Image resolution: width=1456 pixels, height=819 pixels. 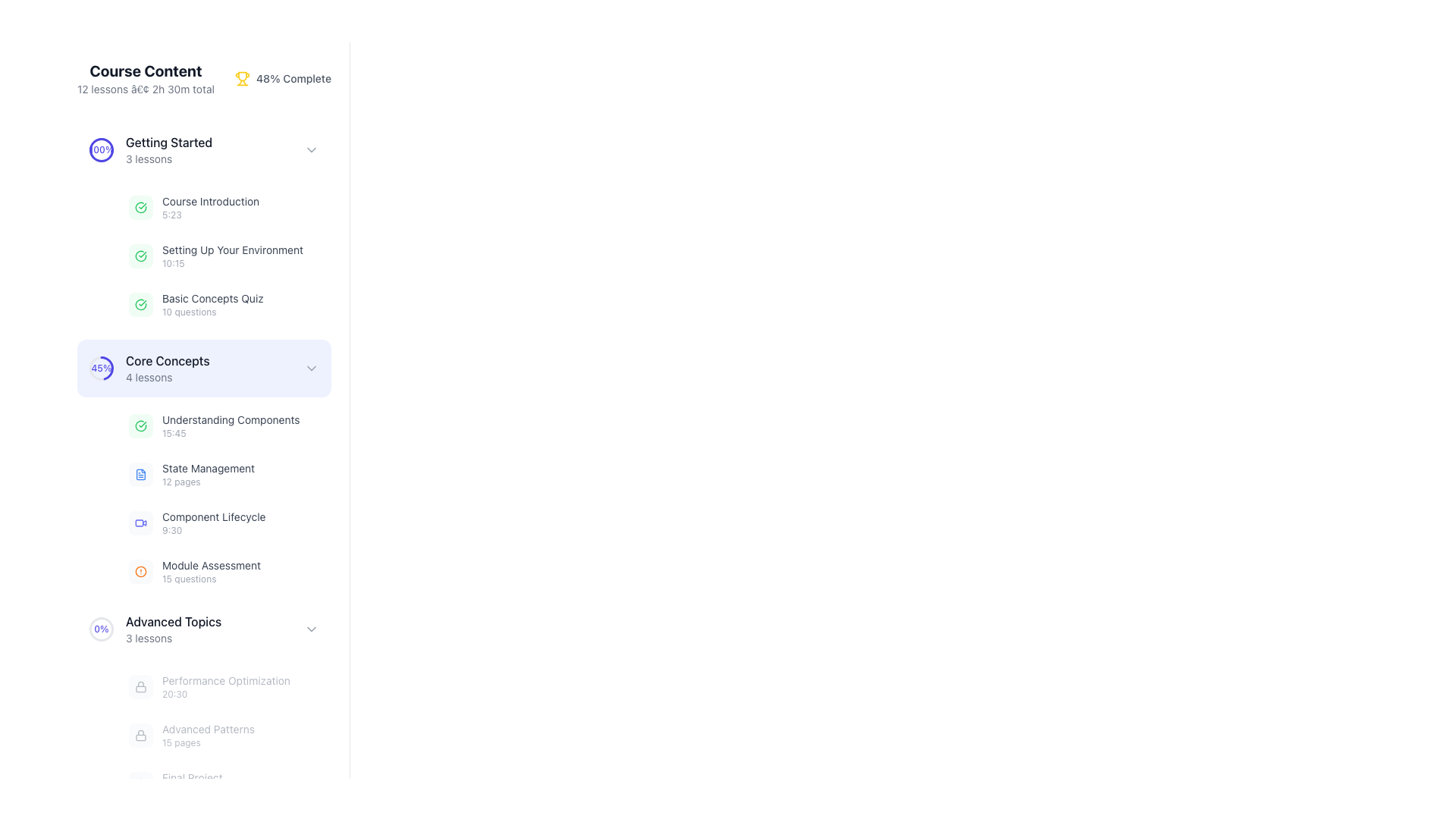 What do you see at coordinates (101, 629) in the screenshot?
I see `the circular progress indicator representing the progress tracking for the 'Advanced Topics' section, located to the left of its section header` at bounding box center [101, 629].